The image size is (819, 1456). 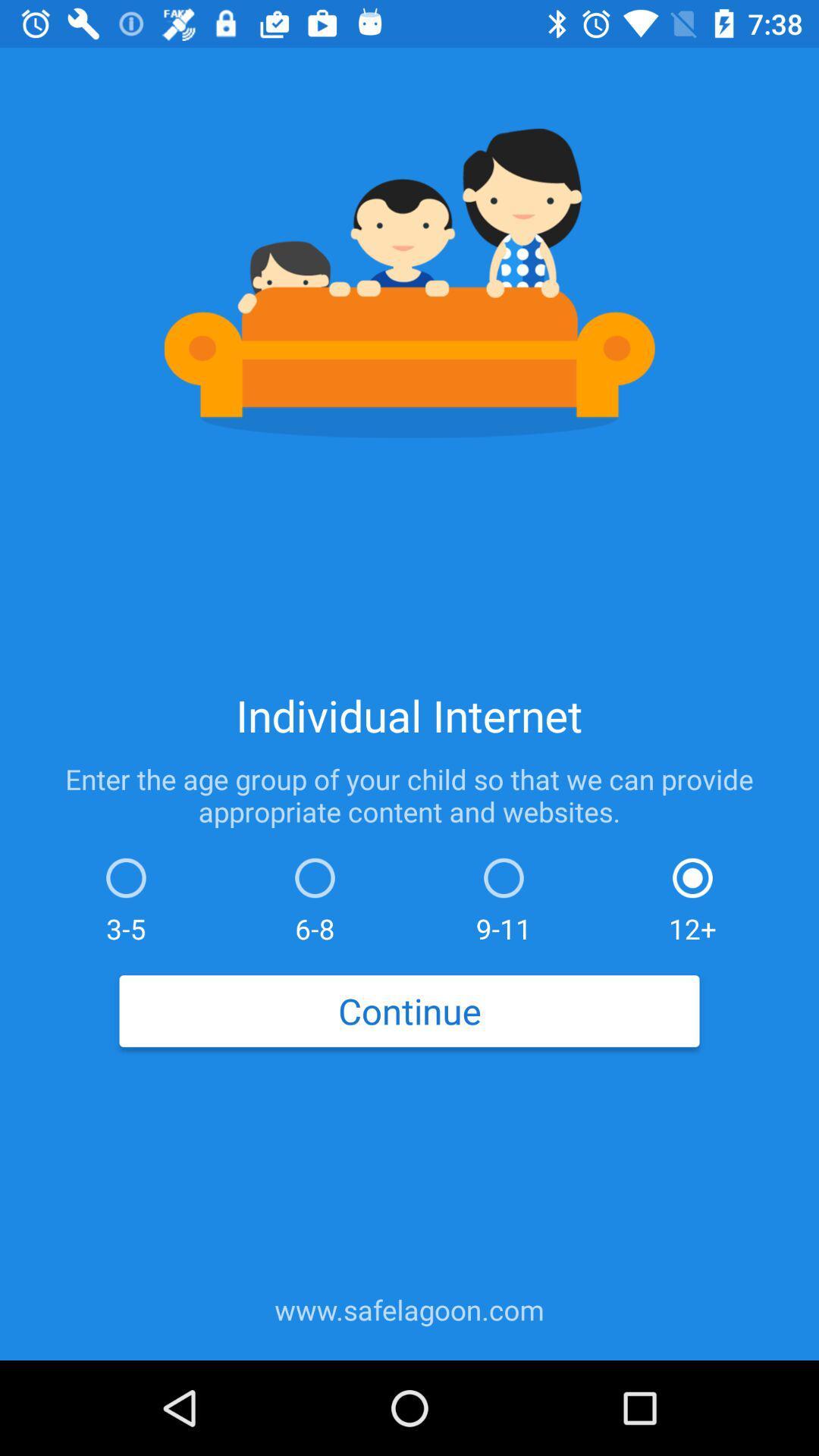 I want to click on 12+, so click(x=692, y=896).